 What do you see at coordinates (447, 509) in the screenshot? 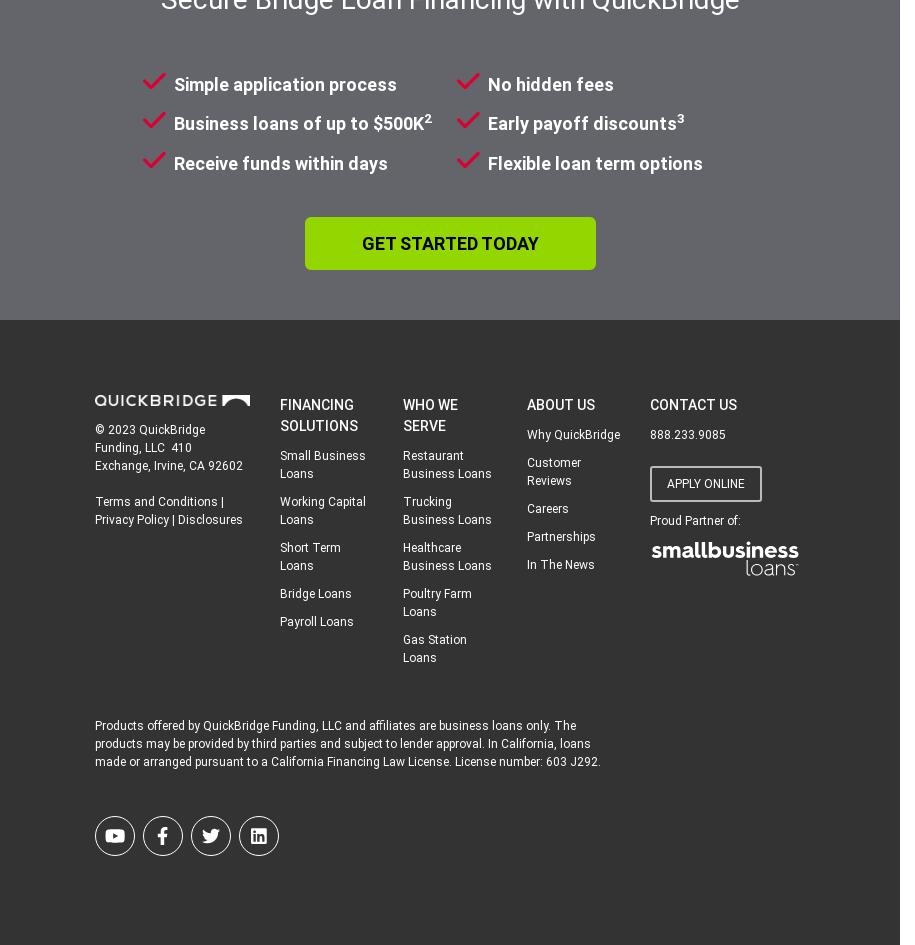
I see `'Trucking Business Loans'` at bounding box center [447, 509].